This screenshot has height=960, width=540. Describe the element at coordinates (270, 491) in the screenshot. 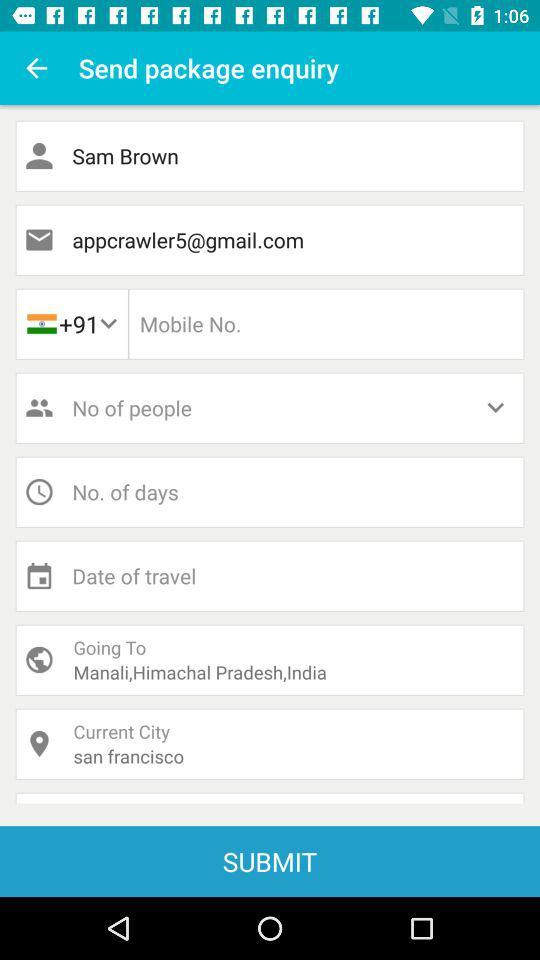

I see `input number of days` at that location.